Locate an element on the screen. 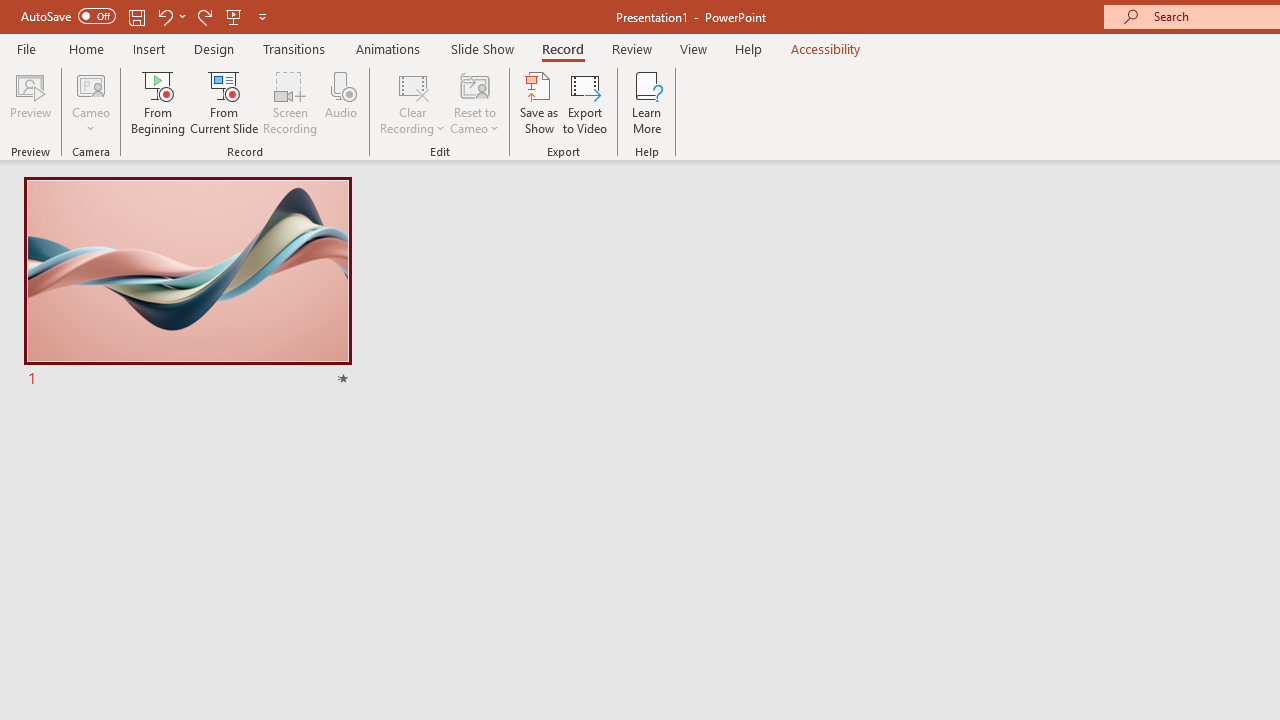  'Export to Video' is located at coordinates (584, 103).